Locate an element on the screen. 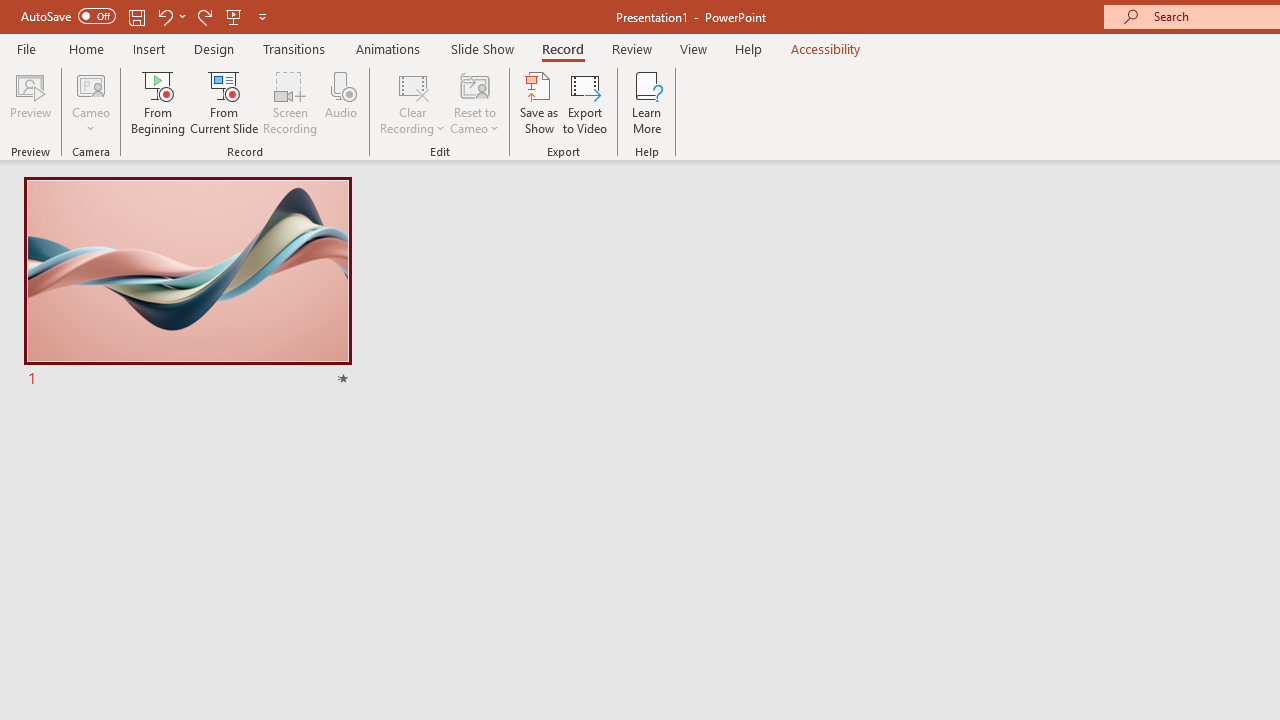  'Export to Video' is located at coordinates (584, 103).